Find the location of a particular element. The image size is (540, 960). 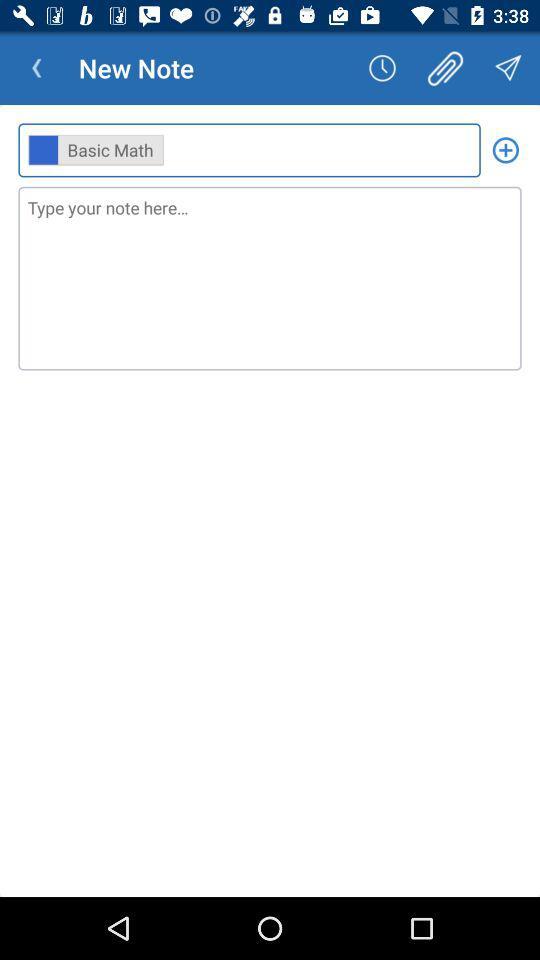

text here is located at coordinates (270, 277).